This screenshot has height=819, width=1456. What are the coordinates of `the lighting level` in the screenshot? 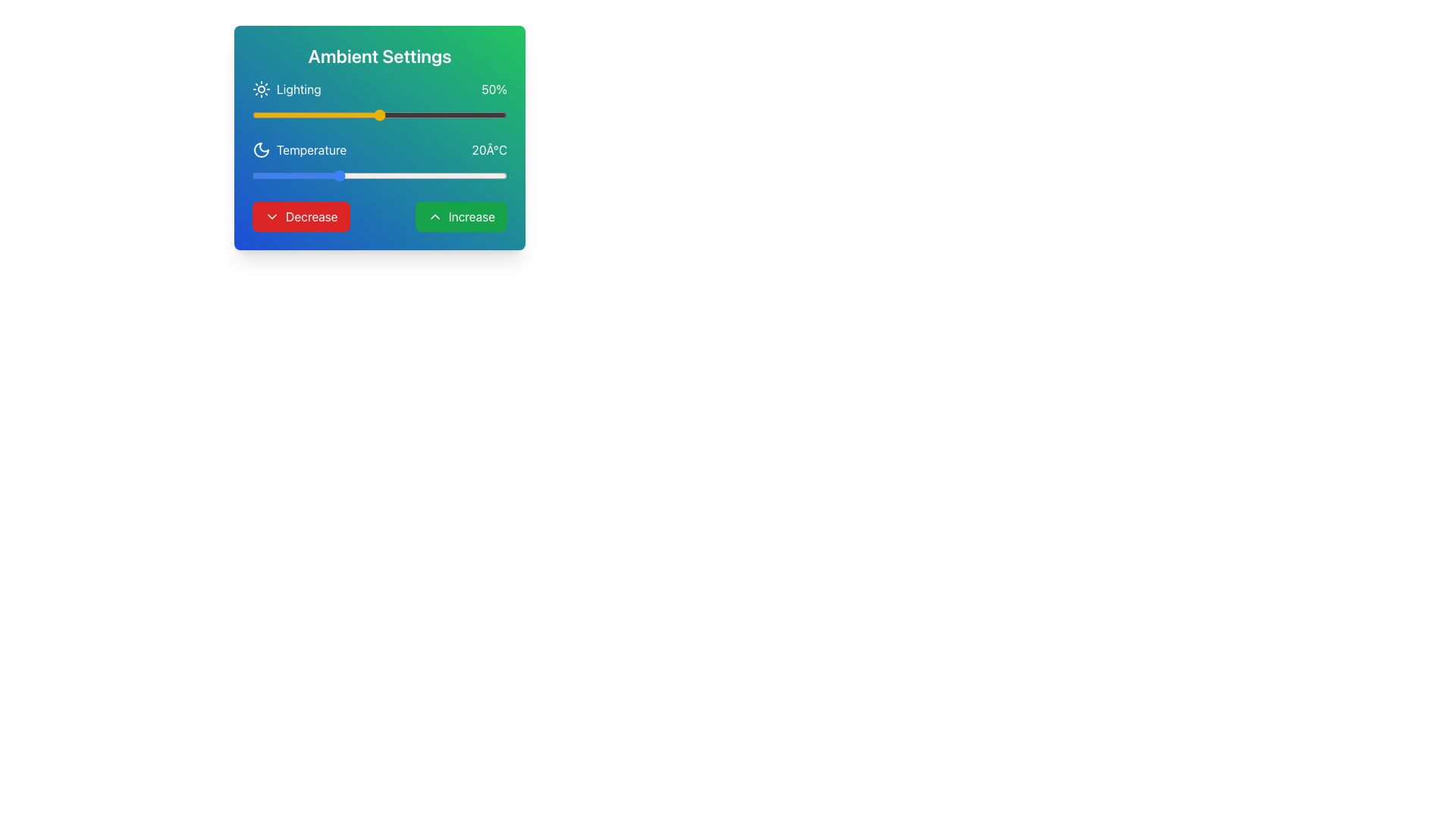 It's located at (369, 114).